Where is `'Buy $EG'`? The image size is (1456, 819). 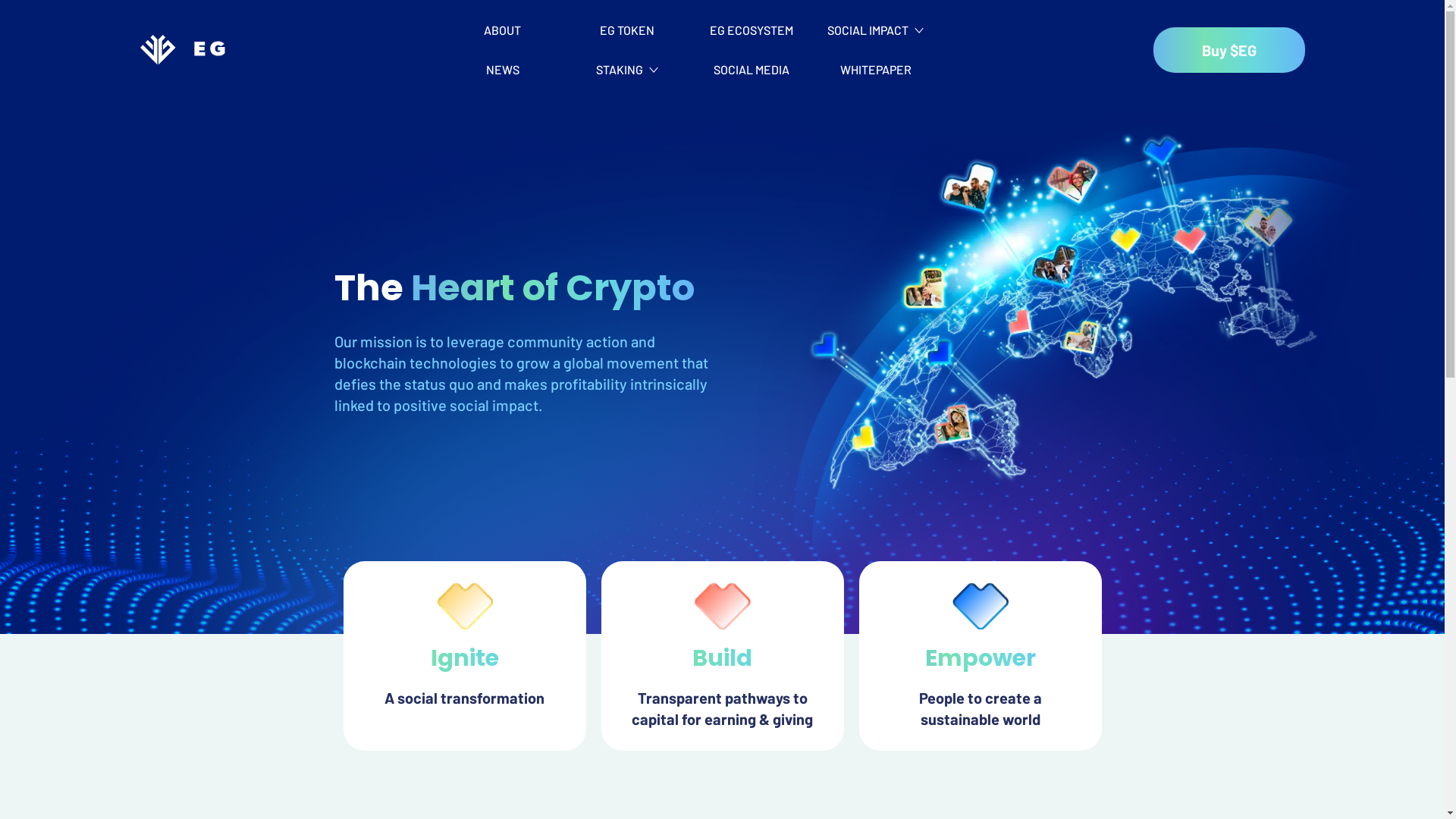
'Buy $EG' is located at coordinates (1228, 49).